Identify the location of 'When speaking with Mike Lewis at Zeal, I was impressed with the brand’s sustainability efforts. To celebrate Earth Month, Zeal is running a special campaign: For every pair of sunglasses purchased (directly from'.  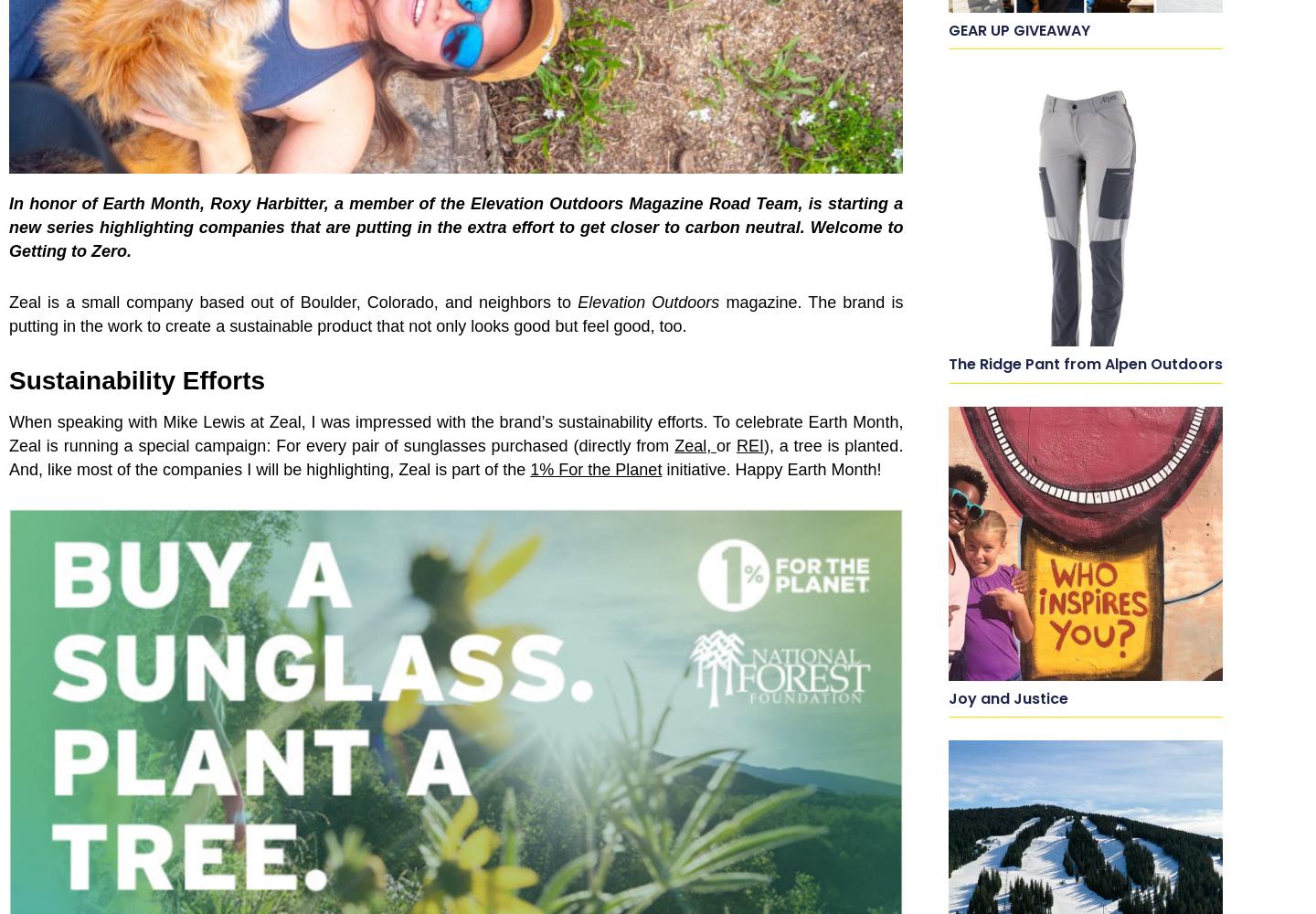
(454, 433).